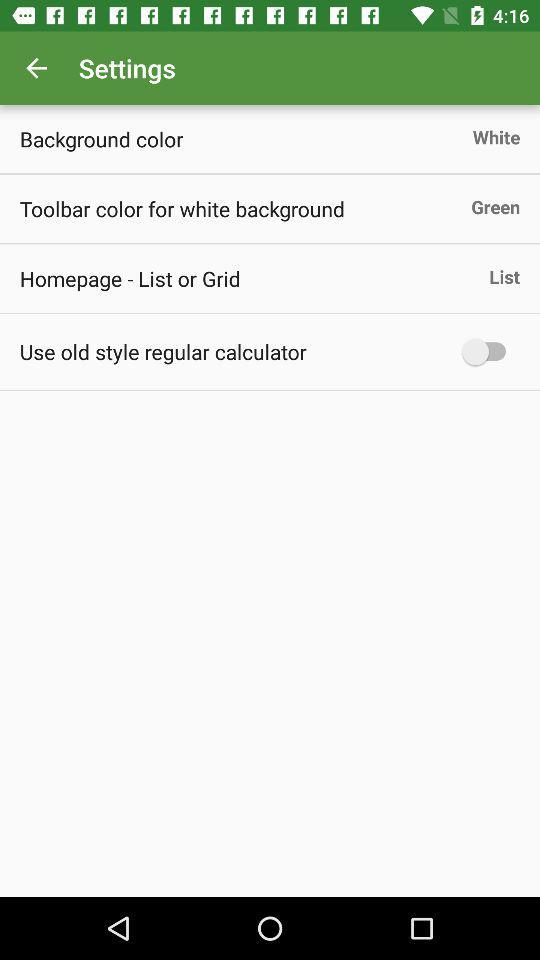 The width and height of the screenshot is (540, 960). What do you see at coordinates (130, 277) in the screenshot?
I see `icon to the left of the list icon` at bounding box center [130, 277].